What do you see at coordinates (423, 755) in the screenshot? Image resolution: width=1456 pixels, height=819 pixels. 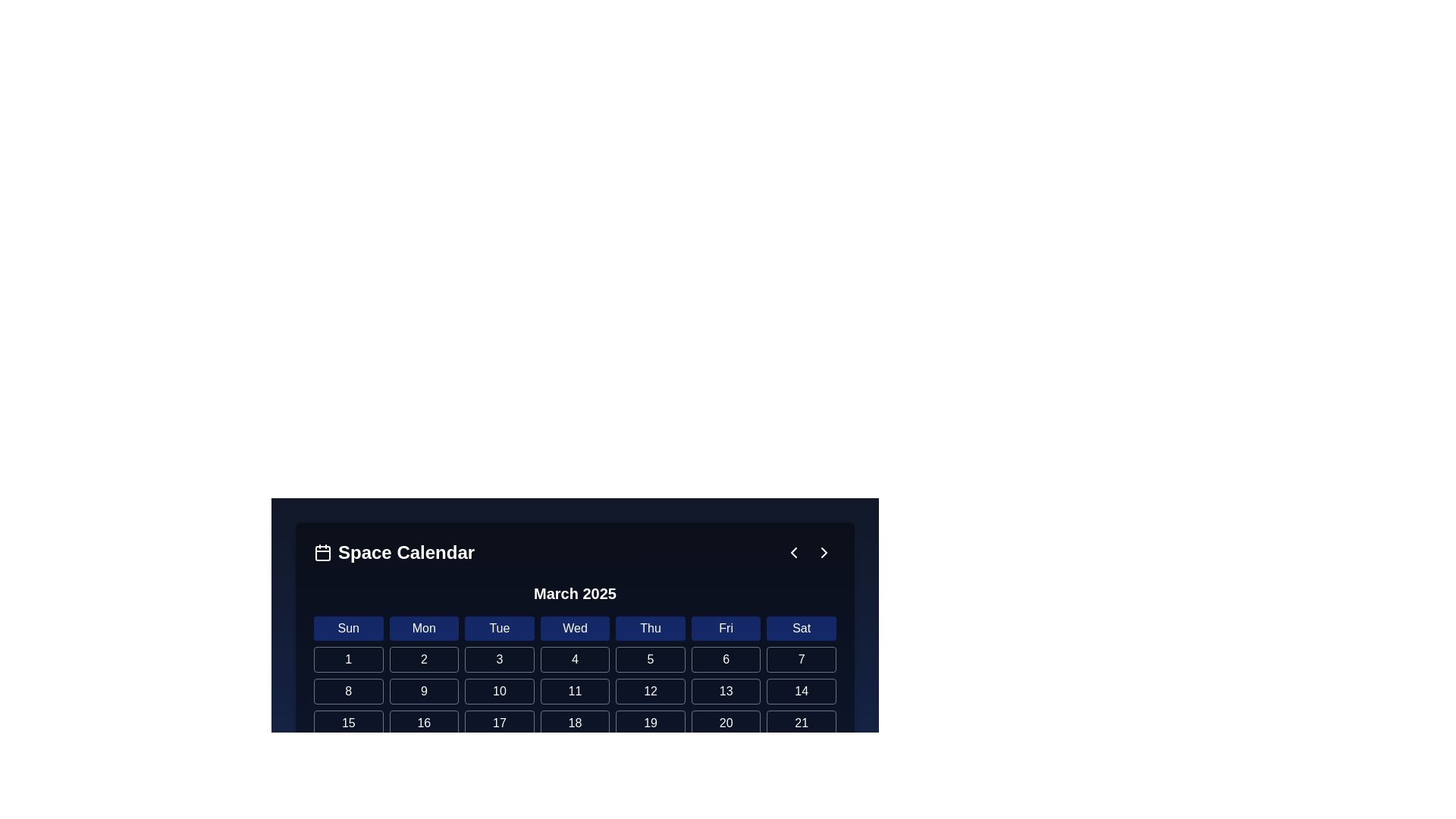 I see `the button representing the 23rd day of March 2025 in the calendar grid` at bounding box center [423, 755].